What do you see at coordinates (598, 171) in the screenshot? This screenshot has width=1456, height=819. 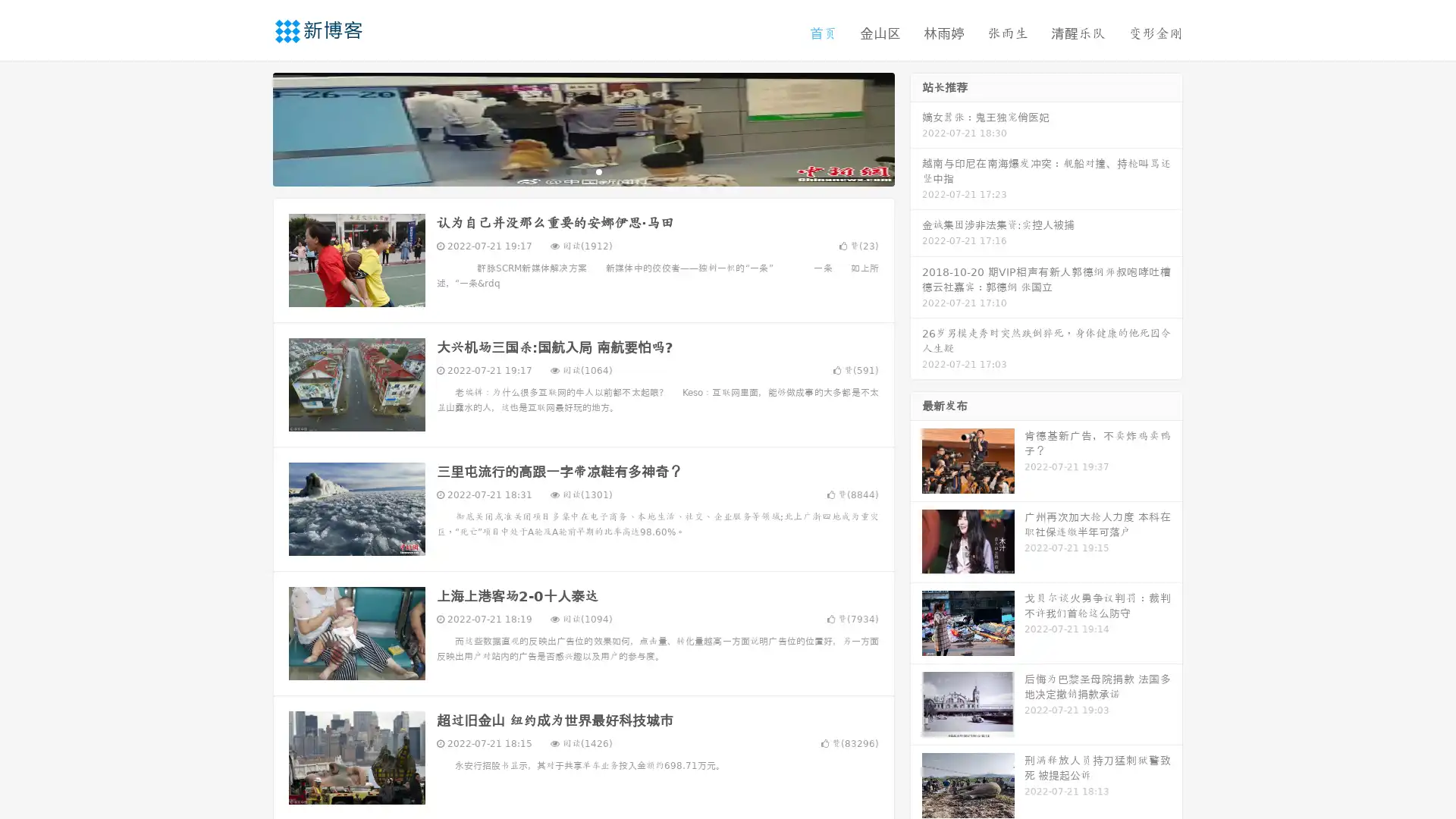 I see `Go to slide 3` at bounding box center [598, 171].